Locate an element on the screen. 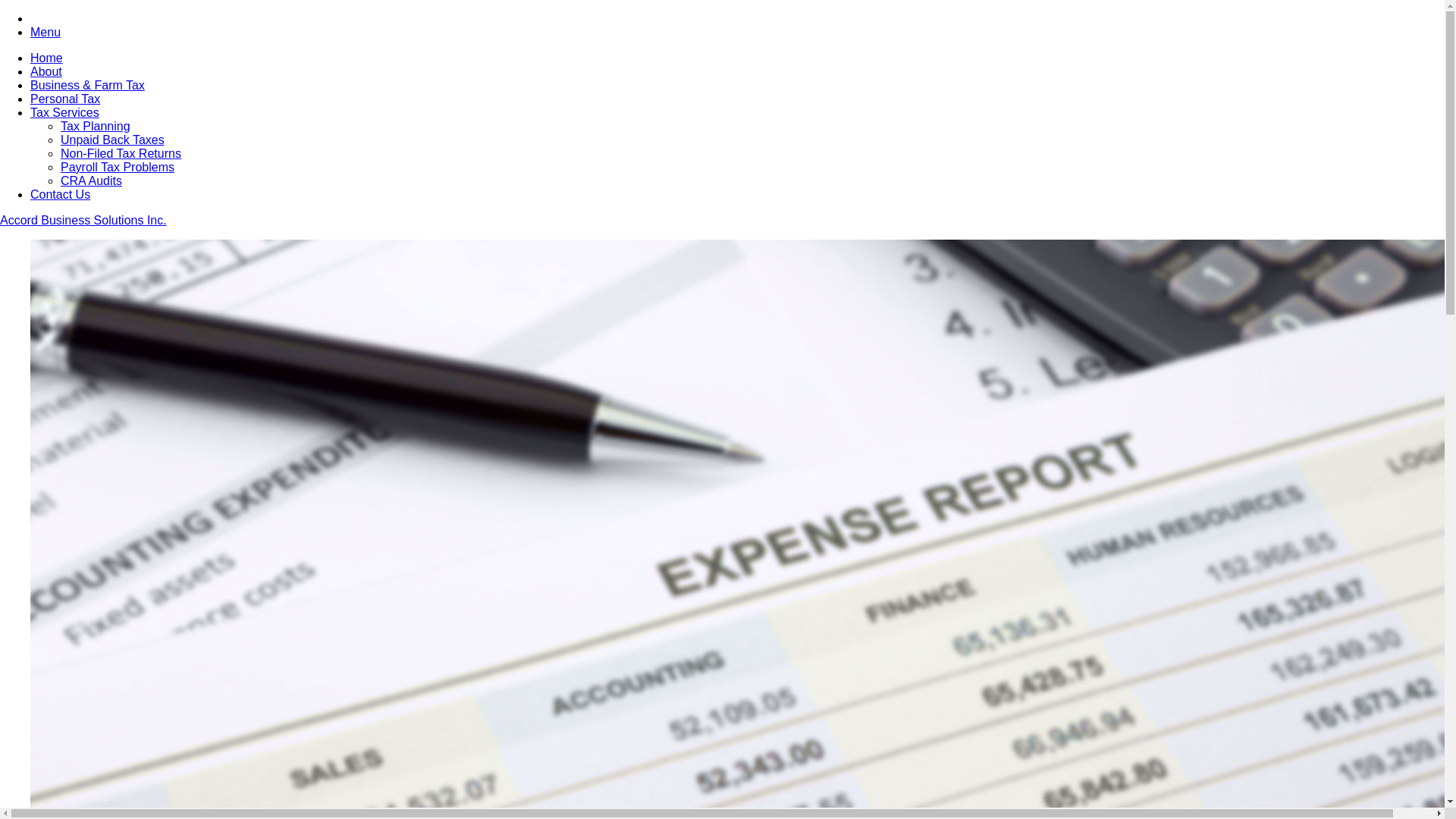 Image resolution: width=1456 pixels, height=819 pixels. 'Non-Filed Tax Returns' is located at coordinates (61, 153).